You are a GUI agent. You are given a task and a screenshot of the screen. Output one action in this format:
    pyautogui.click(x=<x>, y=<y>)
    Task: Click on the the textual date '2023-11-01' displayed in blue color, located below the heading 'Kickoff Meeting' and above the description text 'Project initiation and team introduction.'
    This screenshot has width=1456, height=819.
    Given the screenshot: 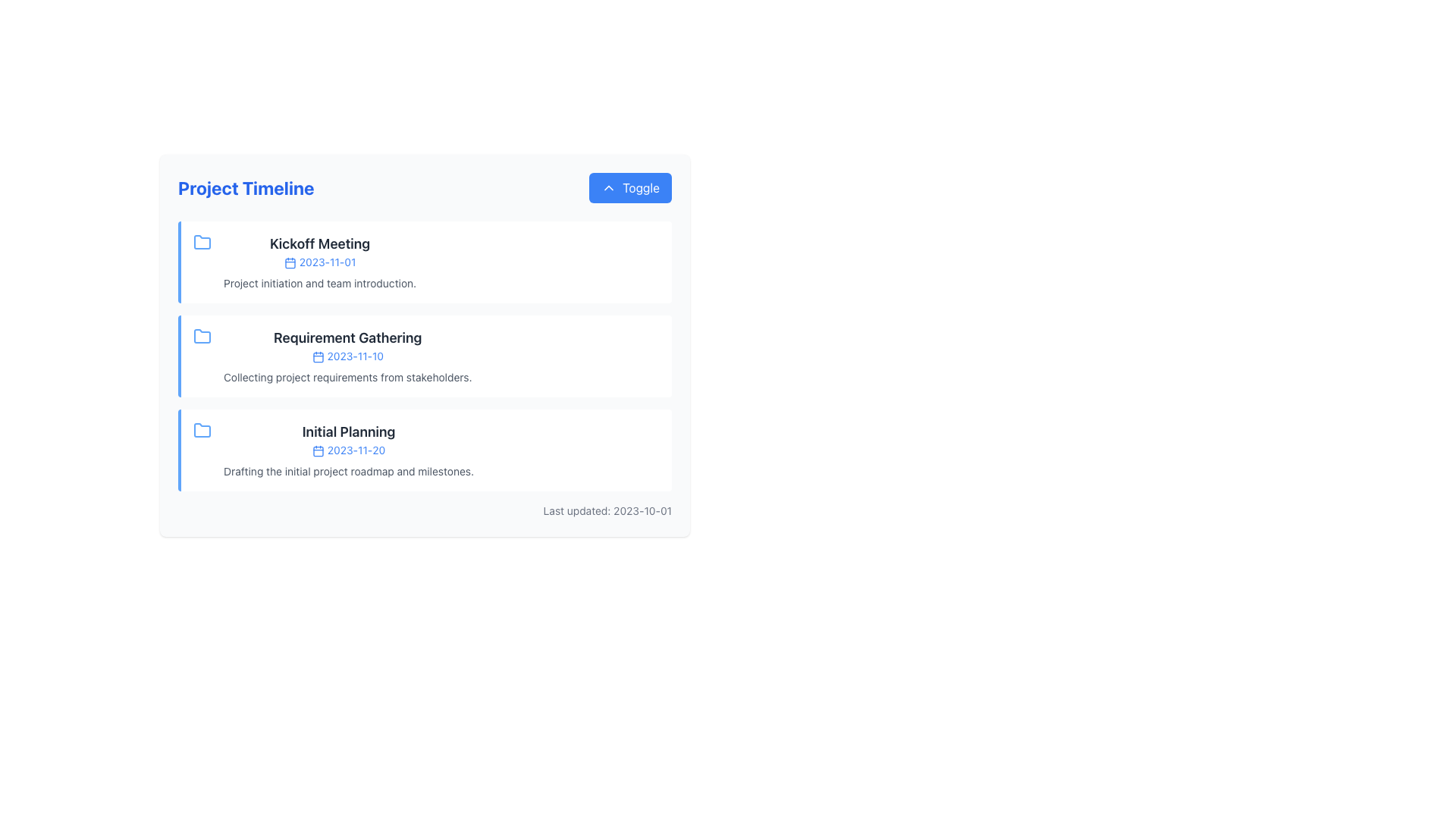 What is the action you would take?
    pyautogui.click(x=319, y=262)
    